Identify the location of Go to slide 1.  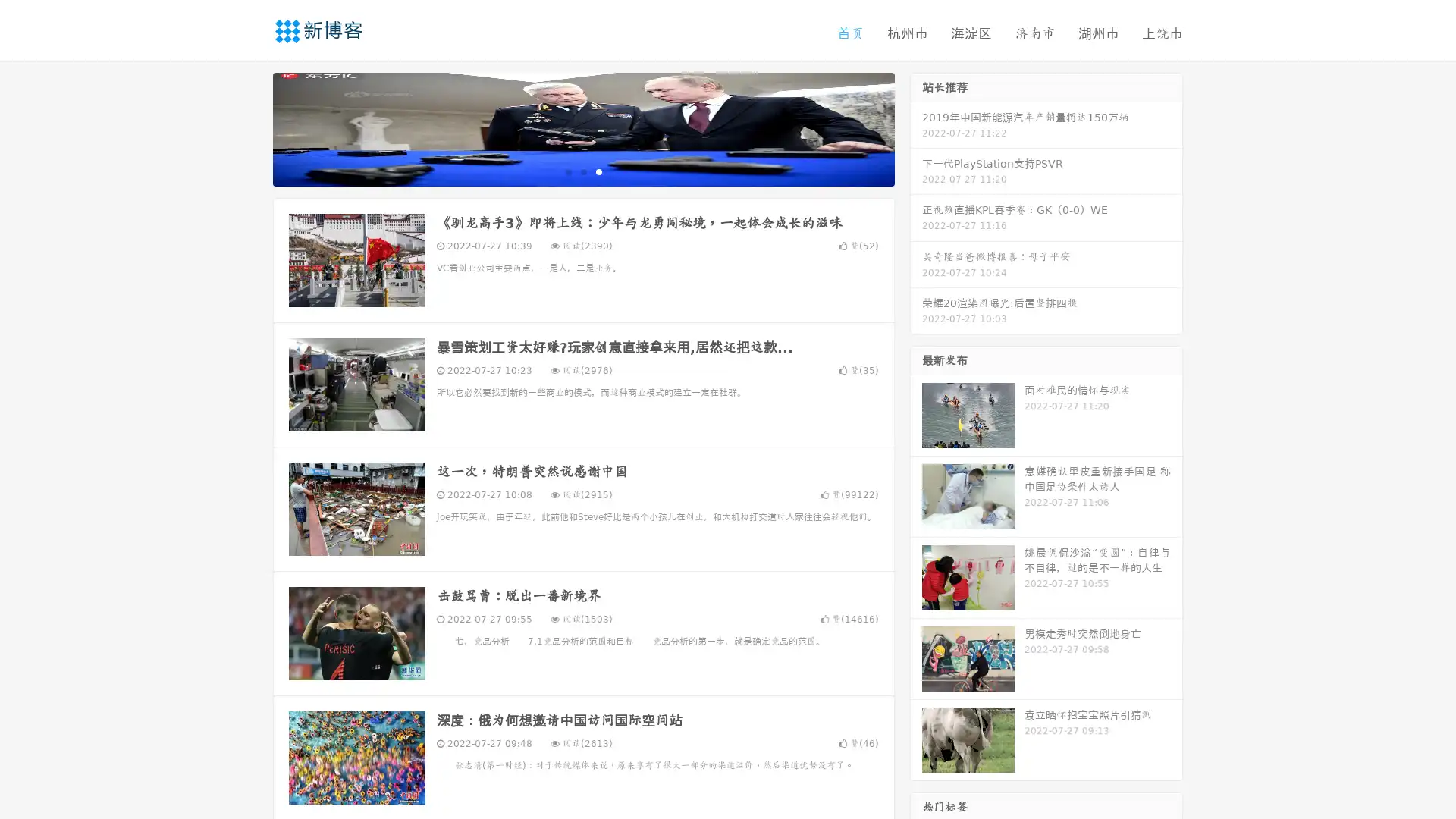
(567, 171).